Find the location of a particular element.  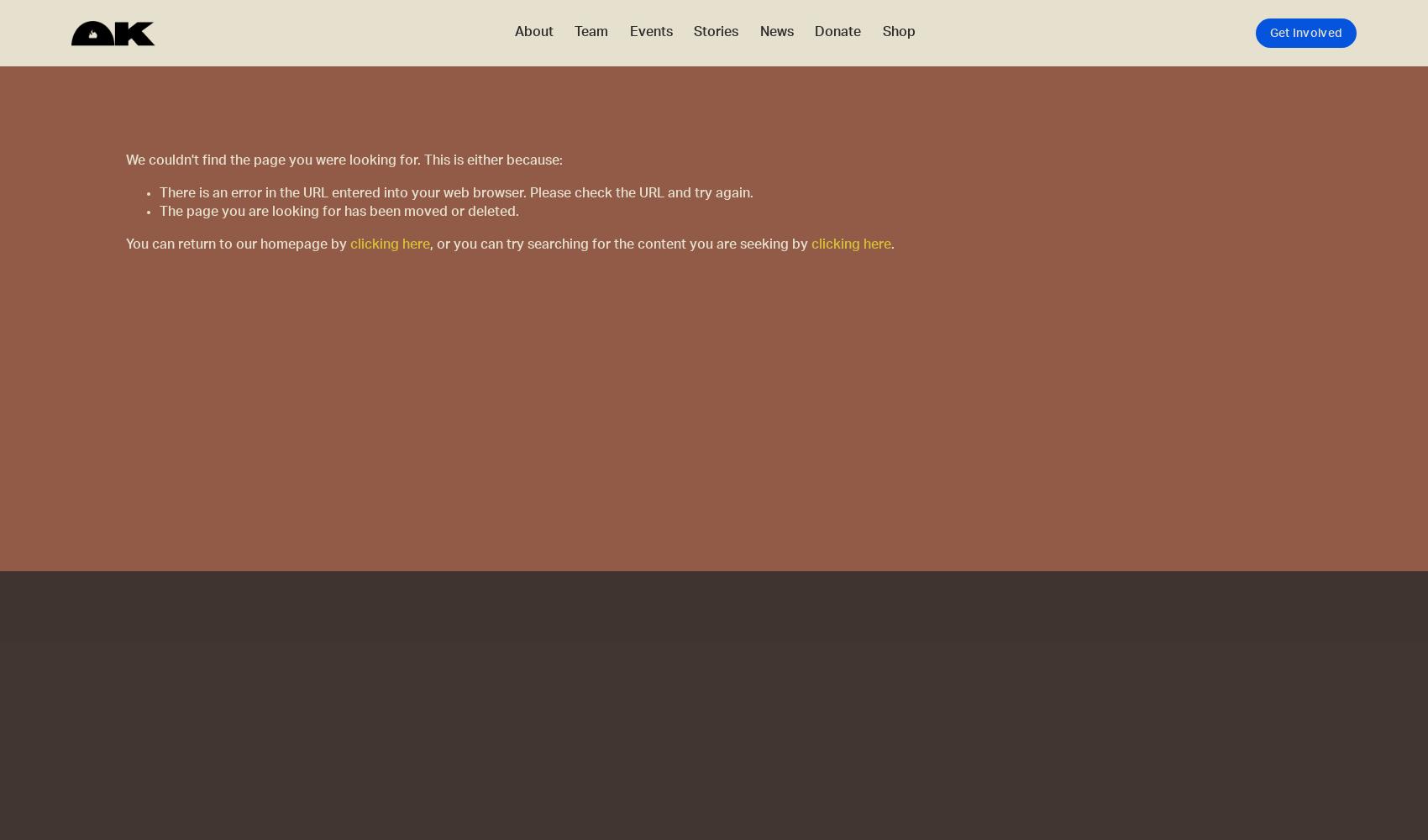

'You can return to our homepage by' is located at coordinates (238, 244).